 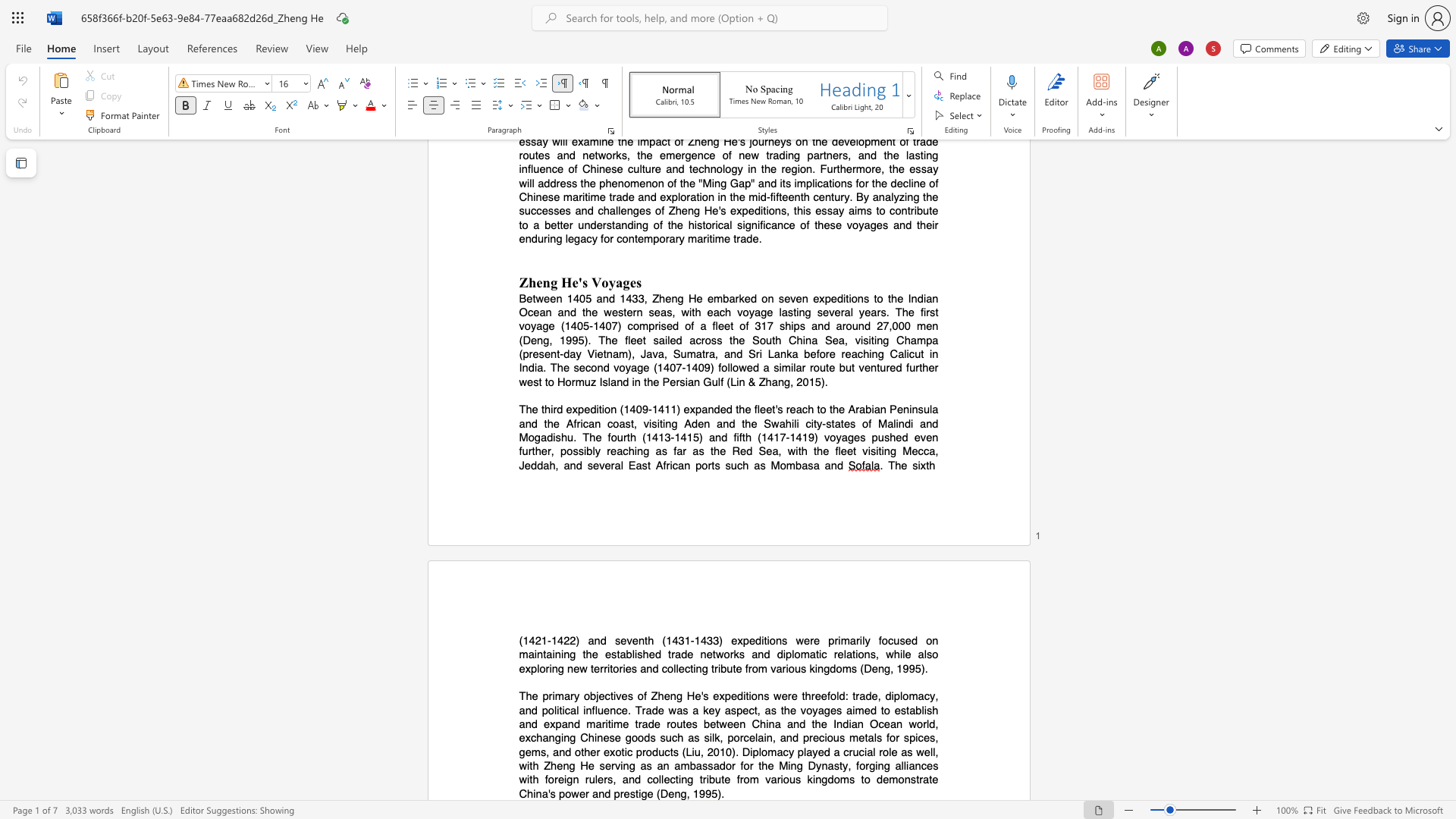 What do you see at coordinates (686, 792) in the screenshot?
I see `the subset text ", 1995)." within the text "China"` at bounding box center [686, 792].